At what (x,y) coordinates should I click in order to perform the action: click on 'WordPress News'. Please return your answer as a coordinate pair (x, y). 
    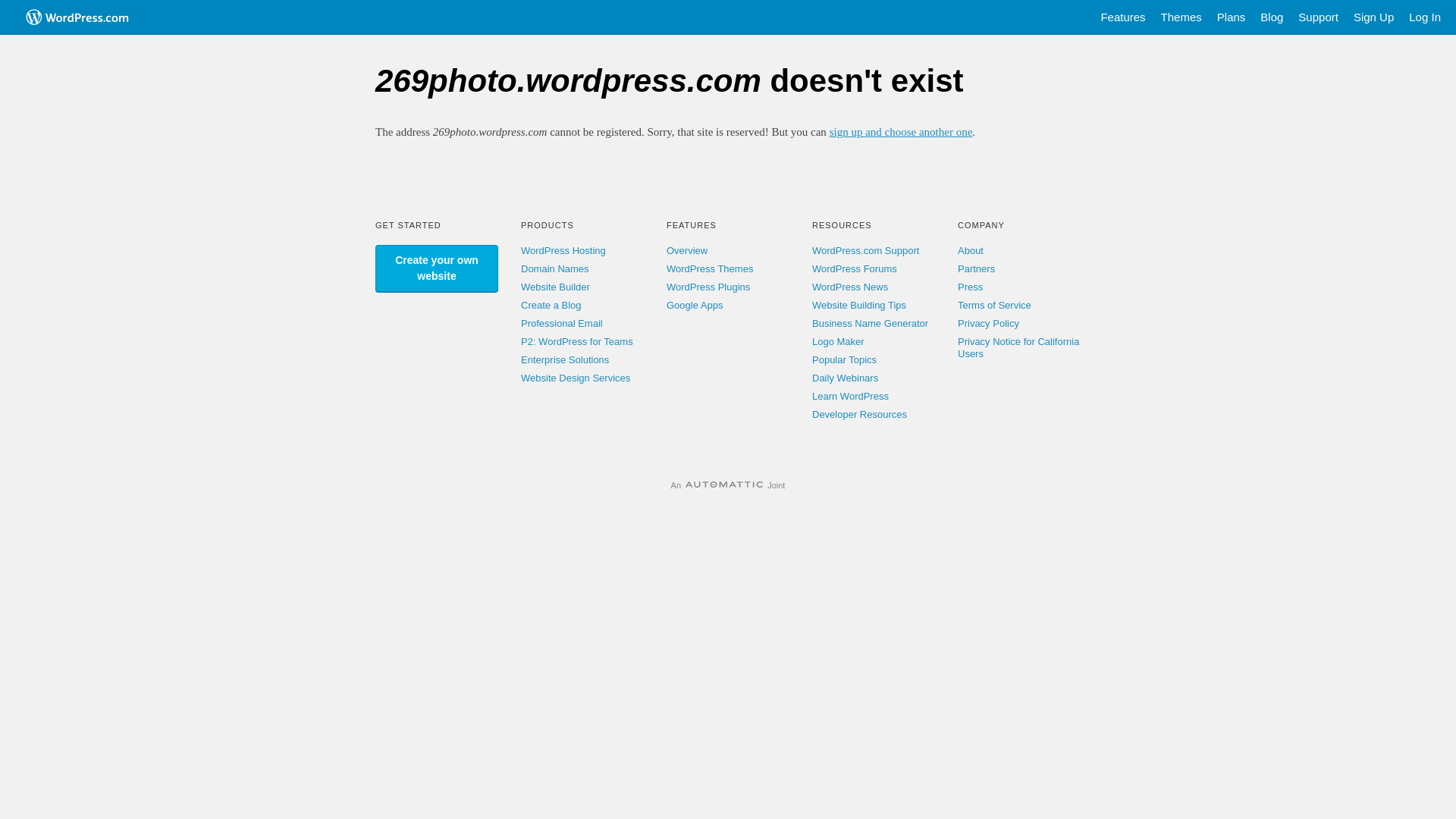
    Looking at the image, I should click on (850, 287).